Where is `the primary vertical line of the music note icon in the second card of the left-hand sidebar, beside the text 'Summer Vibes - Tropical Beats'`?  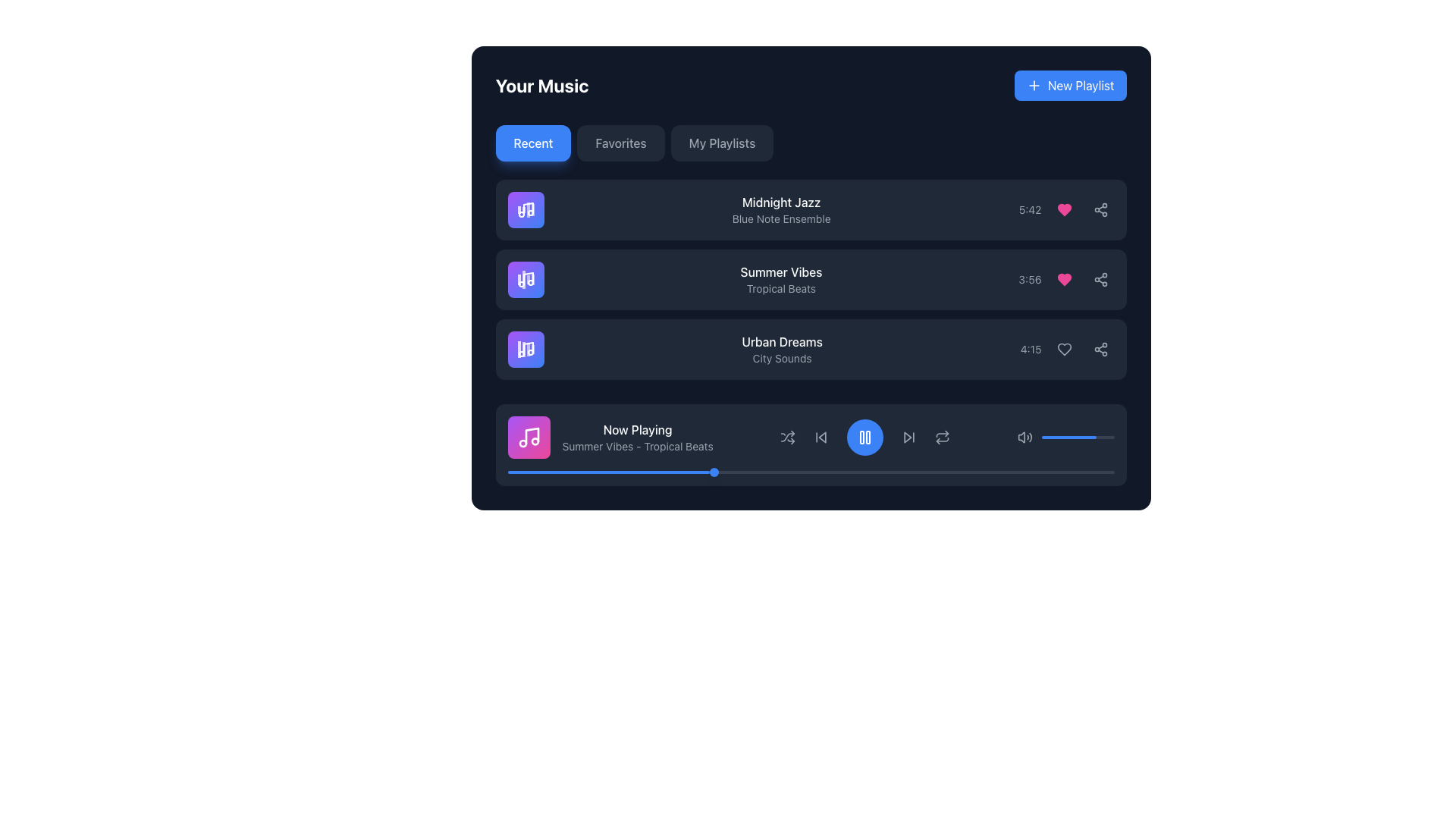 the primary vertical line of the music note icon in the second card of the left-hand sidebar, beside the text 'Summer Vibes - Tropical Beats' is located at coordinates (528, 278).